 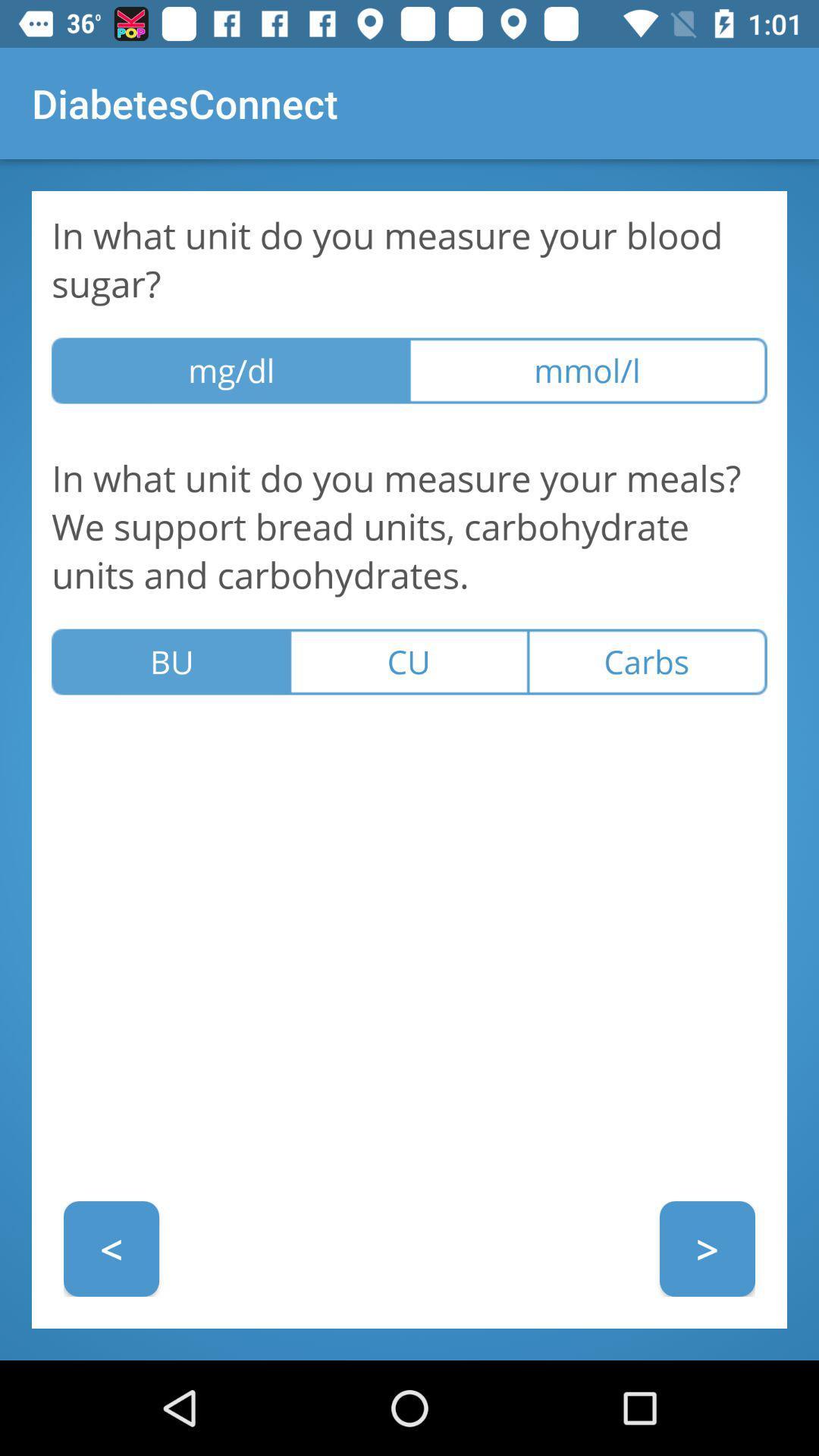 What do you see at coordinates (587, 371) in the screenshot?
I see `the icon to the right of the mg/dl icon` at bounding box center [587, 371].